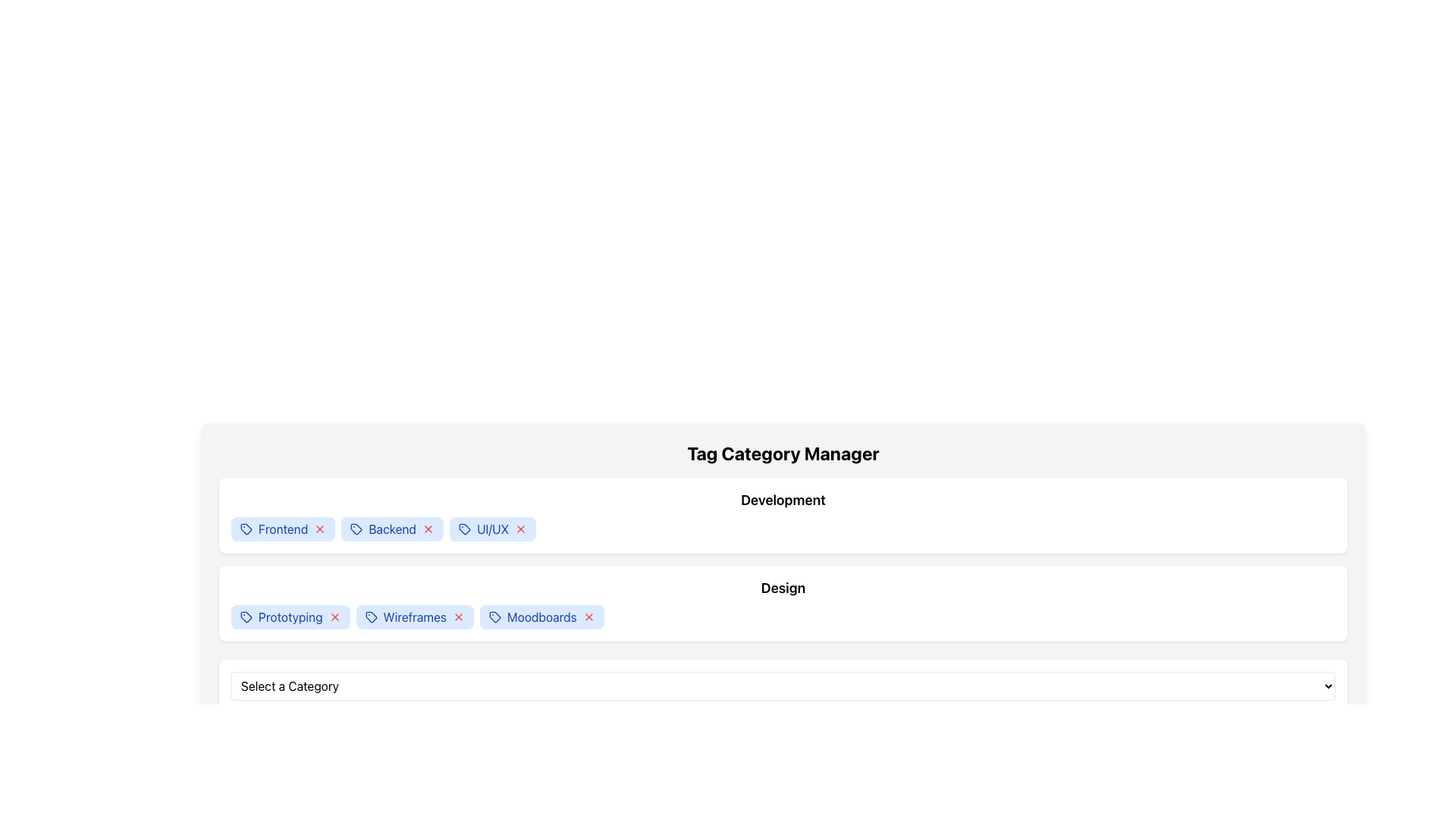 This screenshot has width=1456, height=819. Describe the element at coordinates (246, 617) in the screenshot. I see `the small blue icon resembling a tag, located in the first tag of the second row under the 'Design' section, preceding the text 'Prototyping'` at that location.